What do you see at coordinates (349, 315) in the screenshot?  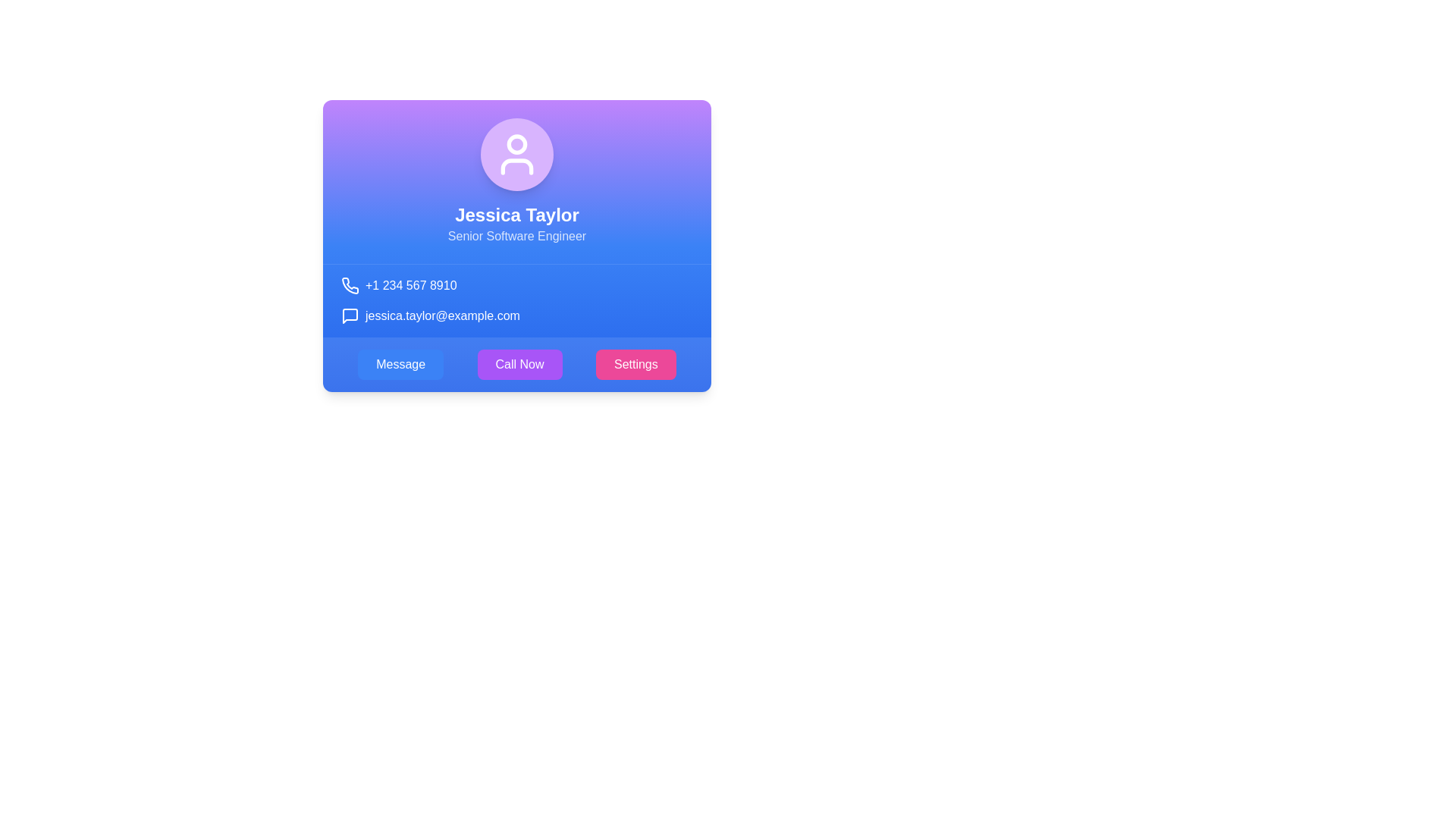 I see `the messaging icon located to the left of the email address 'jessica.taylor@example.com' in the middle section of the card interface` at bounding box center [349, 315].